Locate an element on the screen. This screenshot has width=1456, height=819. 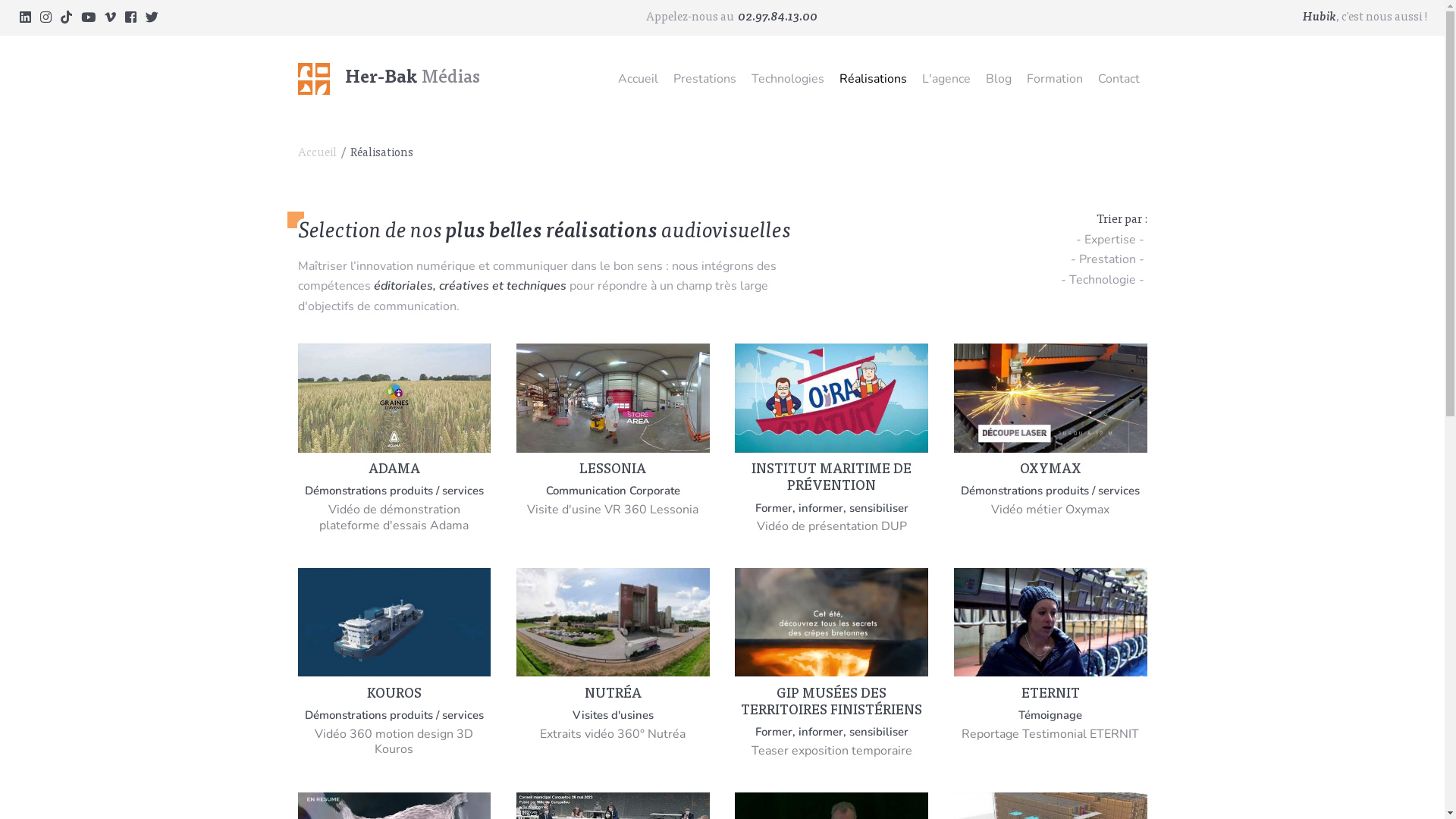
'Retrouvez nous sur Instagram' is located at coordinates (45, 17).